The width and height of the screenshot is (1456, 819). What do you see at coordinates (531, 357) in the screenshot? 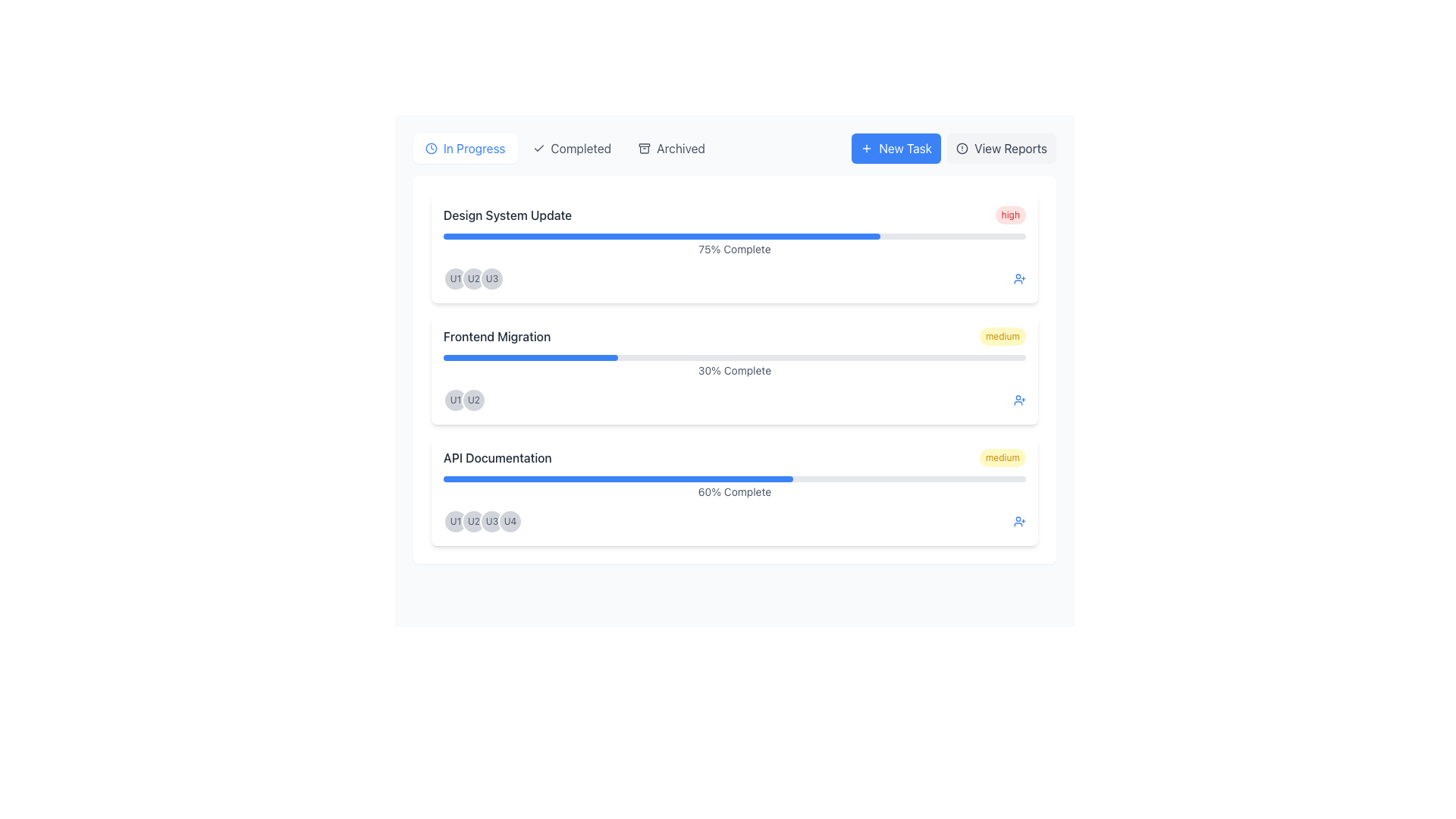
I see `the progress bar segment indicating 30% completion of the 'Frontend Migration' task, located in the second row of tasks` at bounding box center [531, 357].